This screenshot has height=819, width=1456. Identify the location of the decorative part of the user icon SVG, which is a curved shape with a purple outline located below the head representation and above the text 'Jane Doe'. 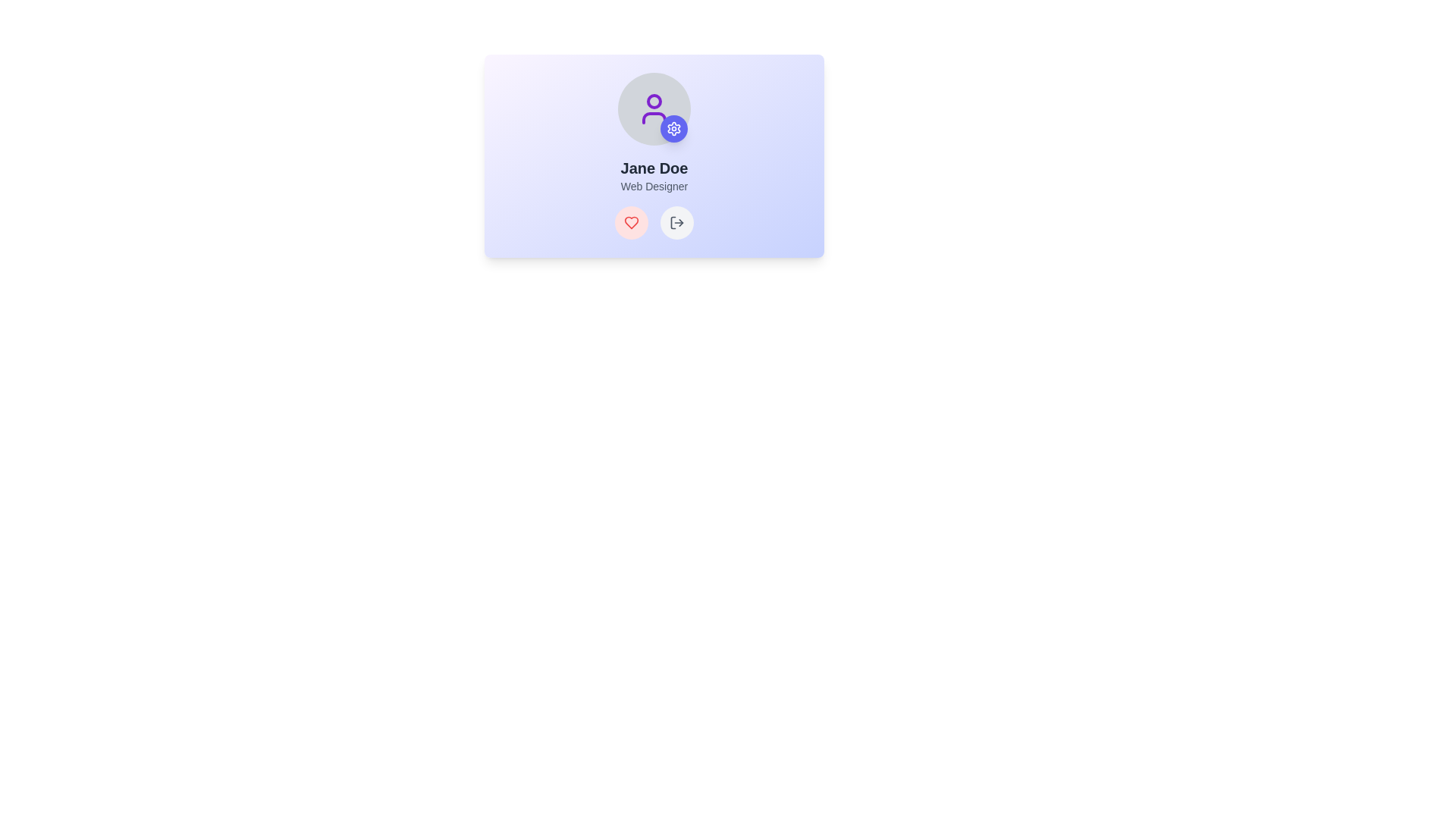
(654, 117).